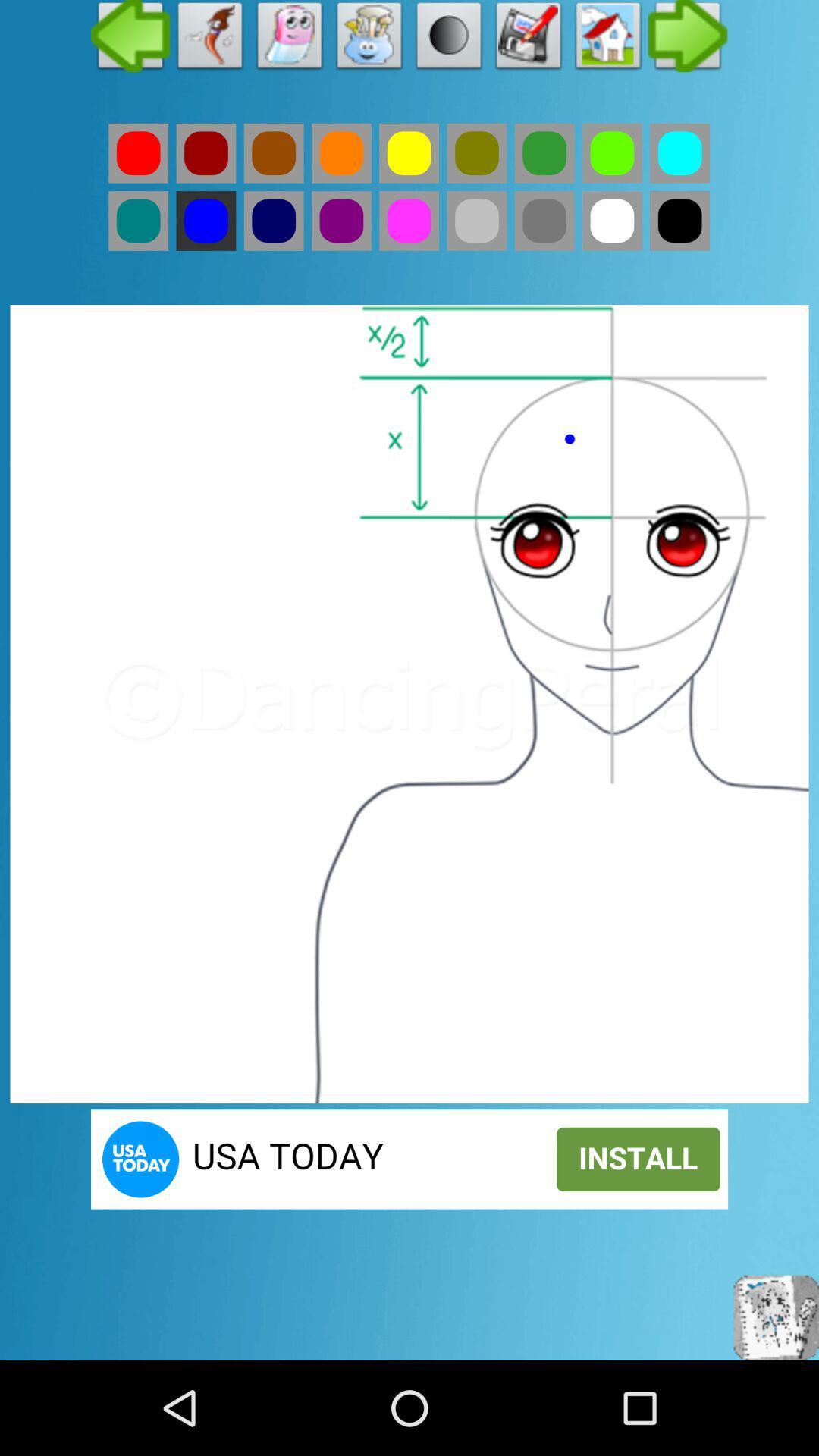 This screenshot has width=819, height=1456. I want to click on color light grey, so click(475, 220).